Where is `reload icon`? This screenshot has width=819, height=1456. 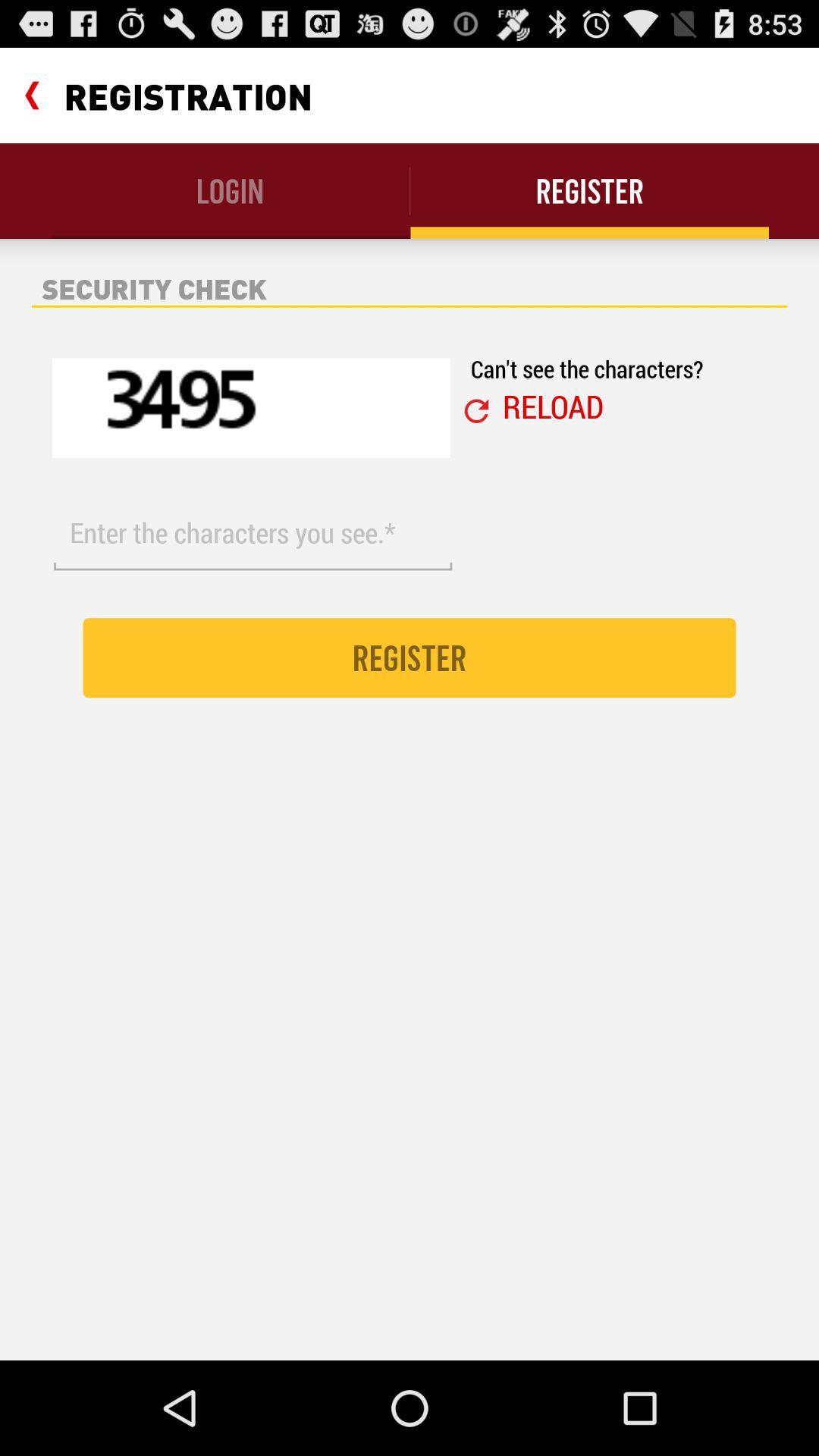 reload icon is located at coordinates (553, 406).